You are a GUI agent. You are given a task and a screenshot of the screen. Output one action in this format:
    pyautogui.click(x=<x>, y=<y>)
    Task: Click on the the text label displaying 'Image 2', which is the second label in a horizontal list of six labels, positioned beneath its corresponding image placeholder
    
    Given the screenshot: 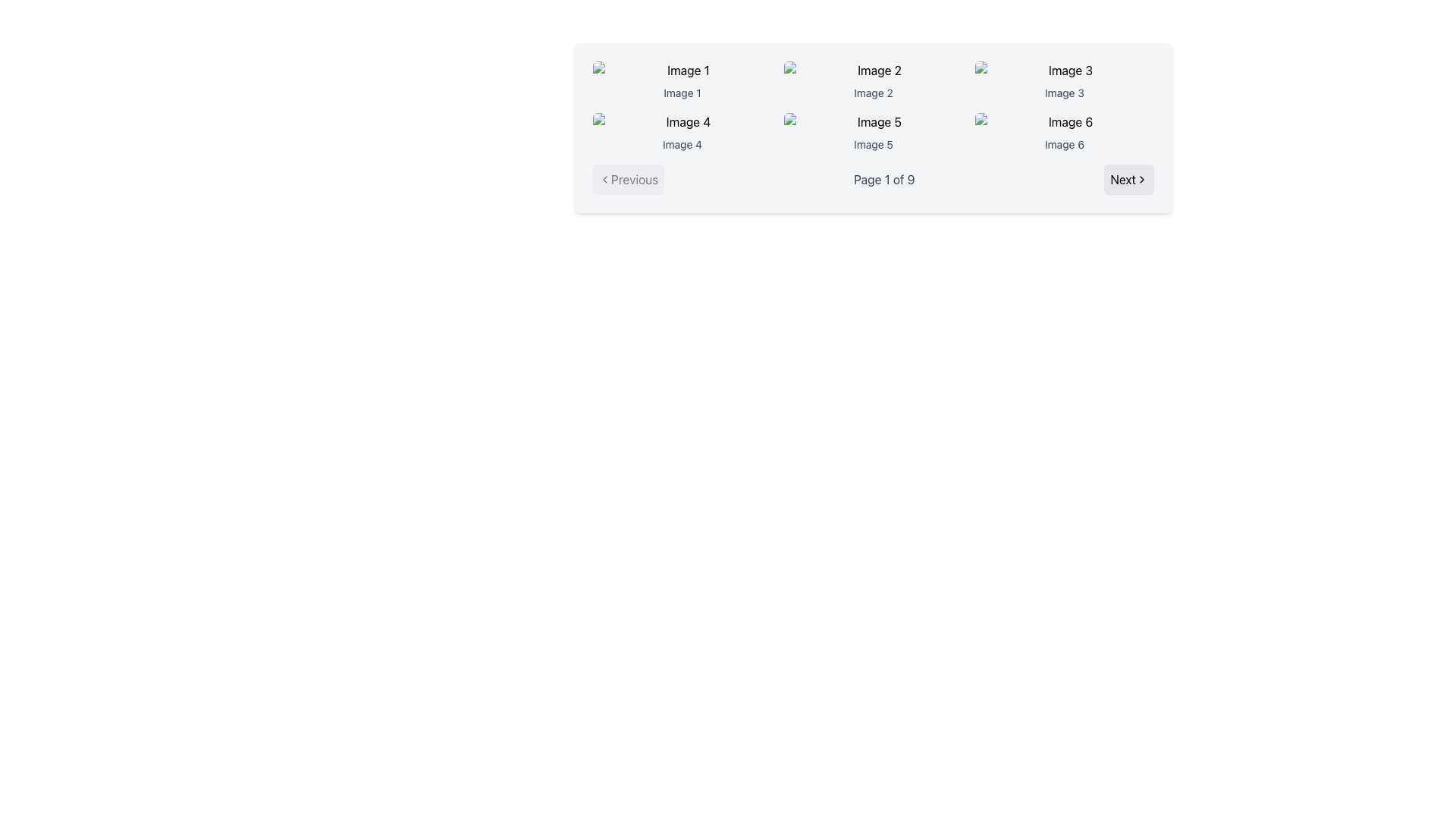 What is the action you would take?
    pyautogui.click(x=874, y=93)
    